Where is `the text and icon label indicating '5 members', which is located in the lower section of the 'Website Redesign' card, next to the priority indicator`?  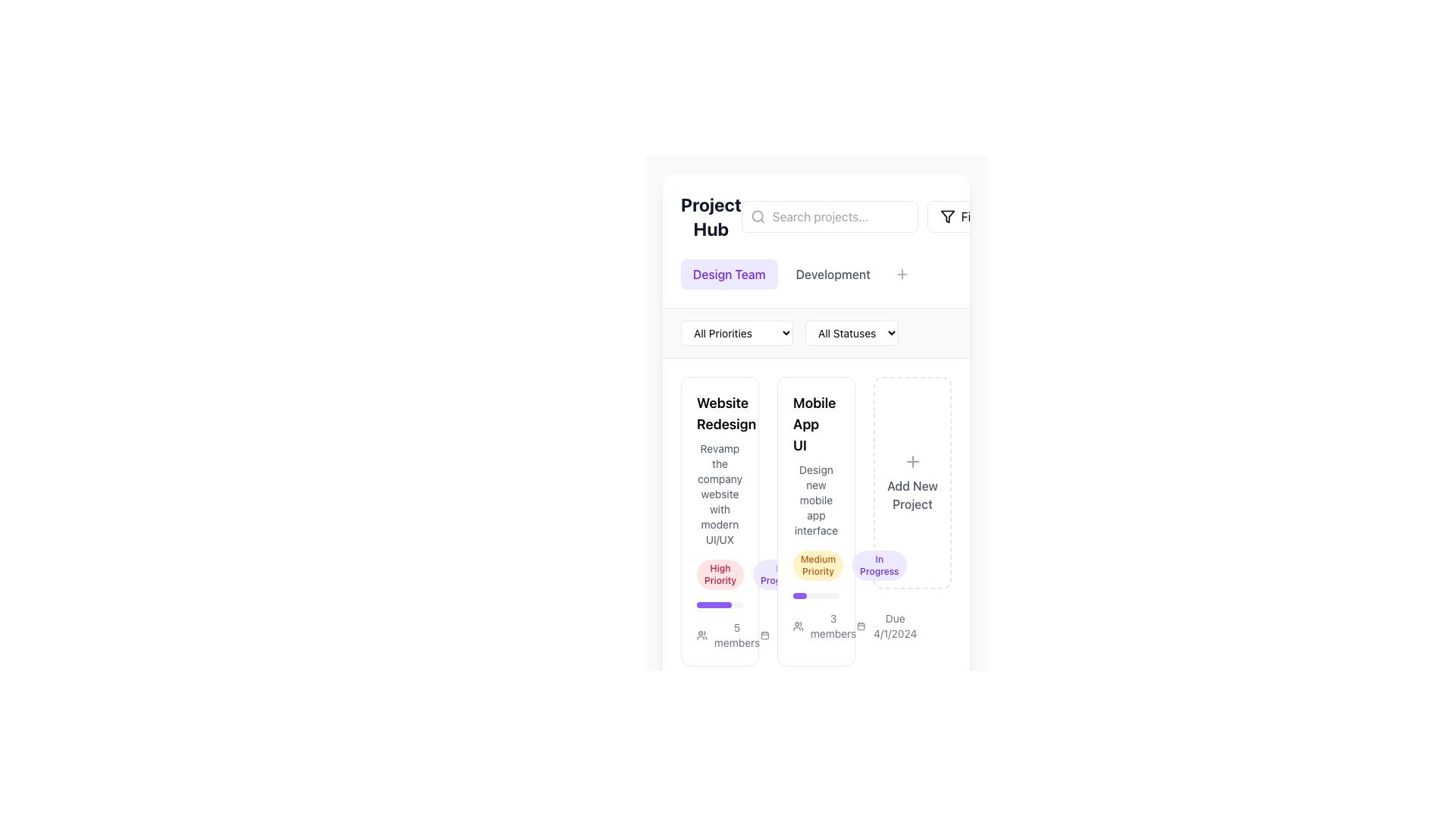
the text and icon label indicating '5 members', which is located in the lower section of the 'Website Redesign' card, next to the priority indicator is located at coordinates (729, 635).